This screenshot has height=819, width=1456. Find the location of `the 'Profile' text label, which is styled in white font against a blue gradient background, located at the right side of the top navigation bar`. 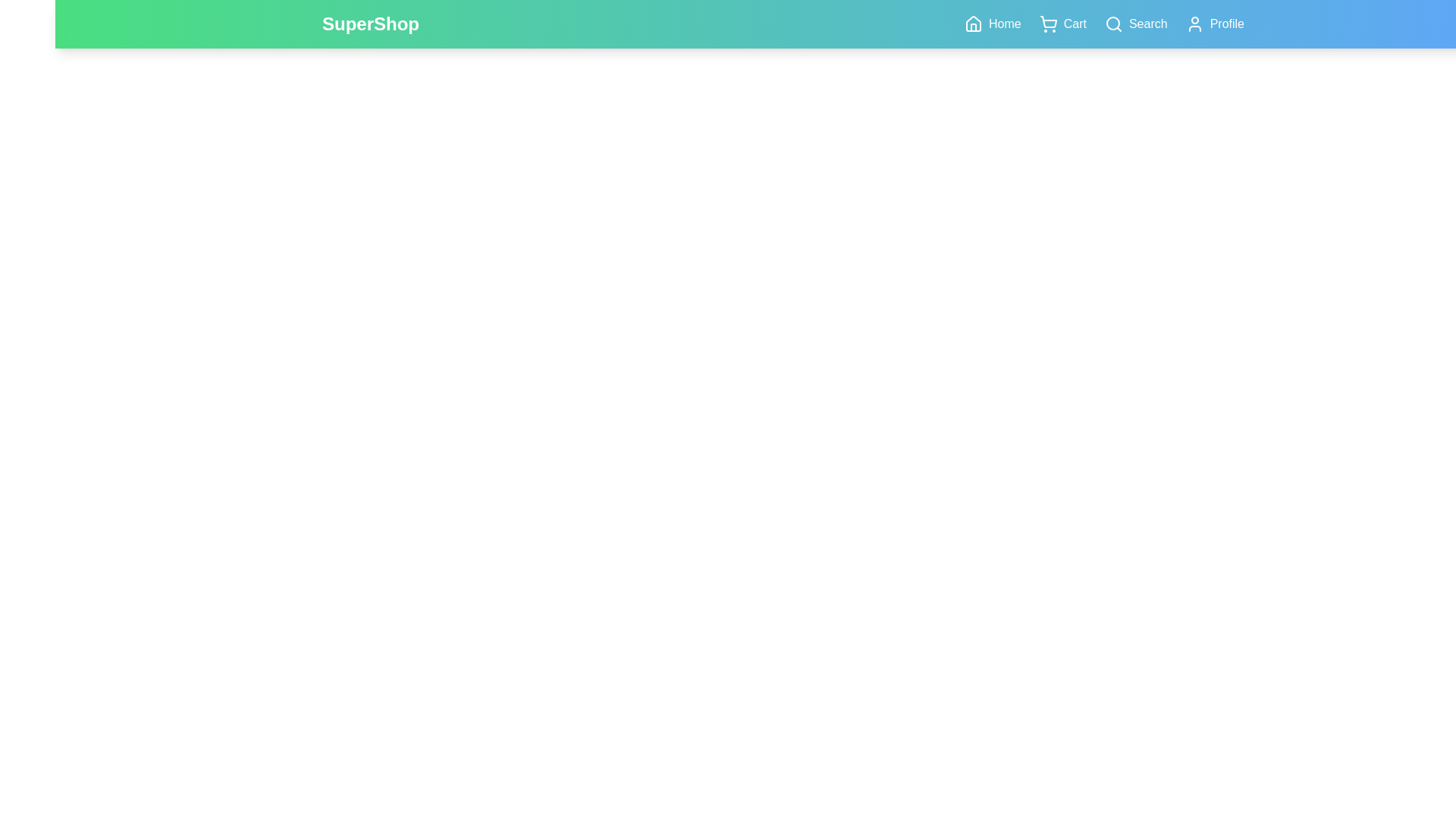

the 'Profile' text label, which is styled in white font against a blue gradient background, located at the right side of the top navigation bar is located at coordinates (1227, 24).